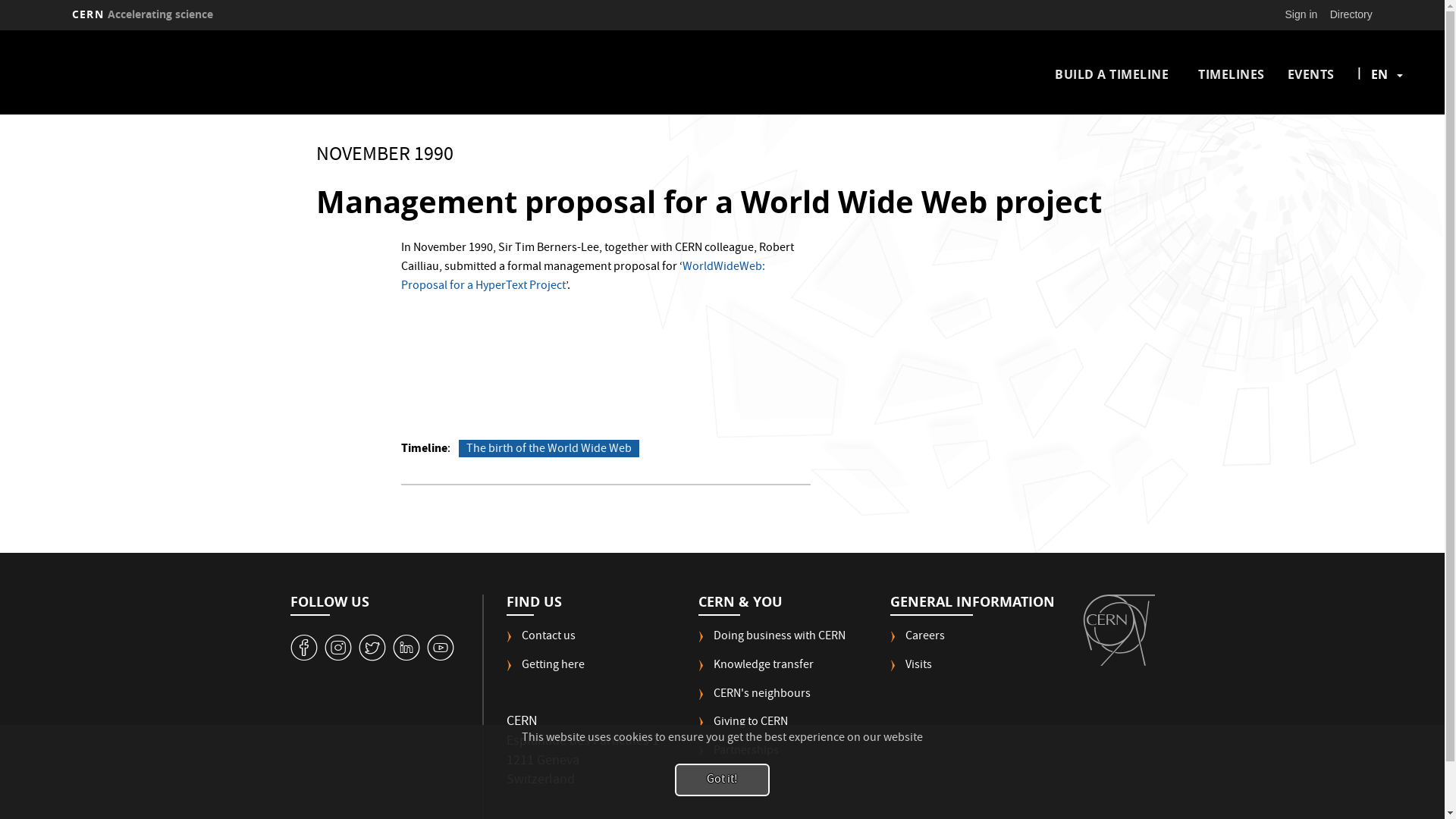 The width and height of the screenshot is (1456, 819). I want to click on 'Giving to CERN', so click(742, 727).